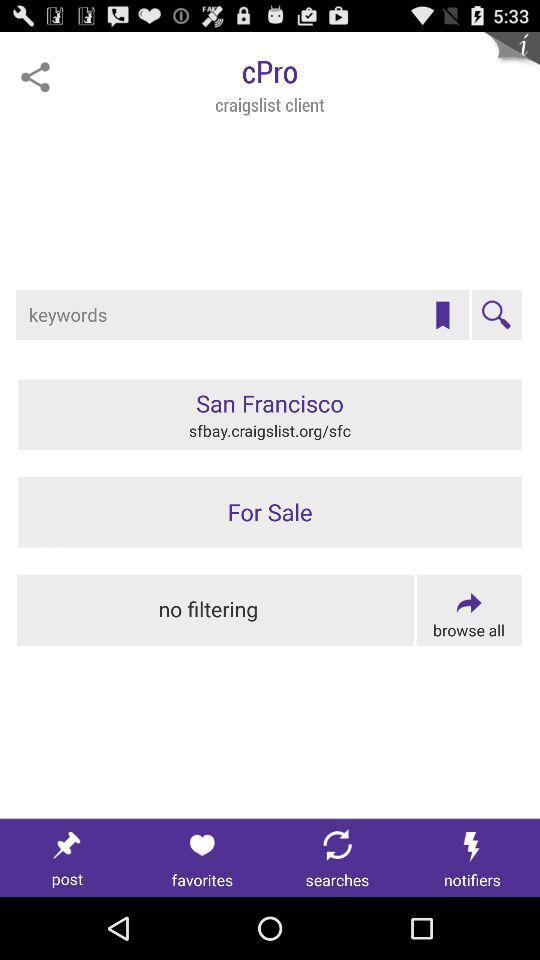 Image resolution: width=540 pixels, height=960 pixels. I want to click on posts, so click(67, 857).